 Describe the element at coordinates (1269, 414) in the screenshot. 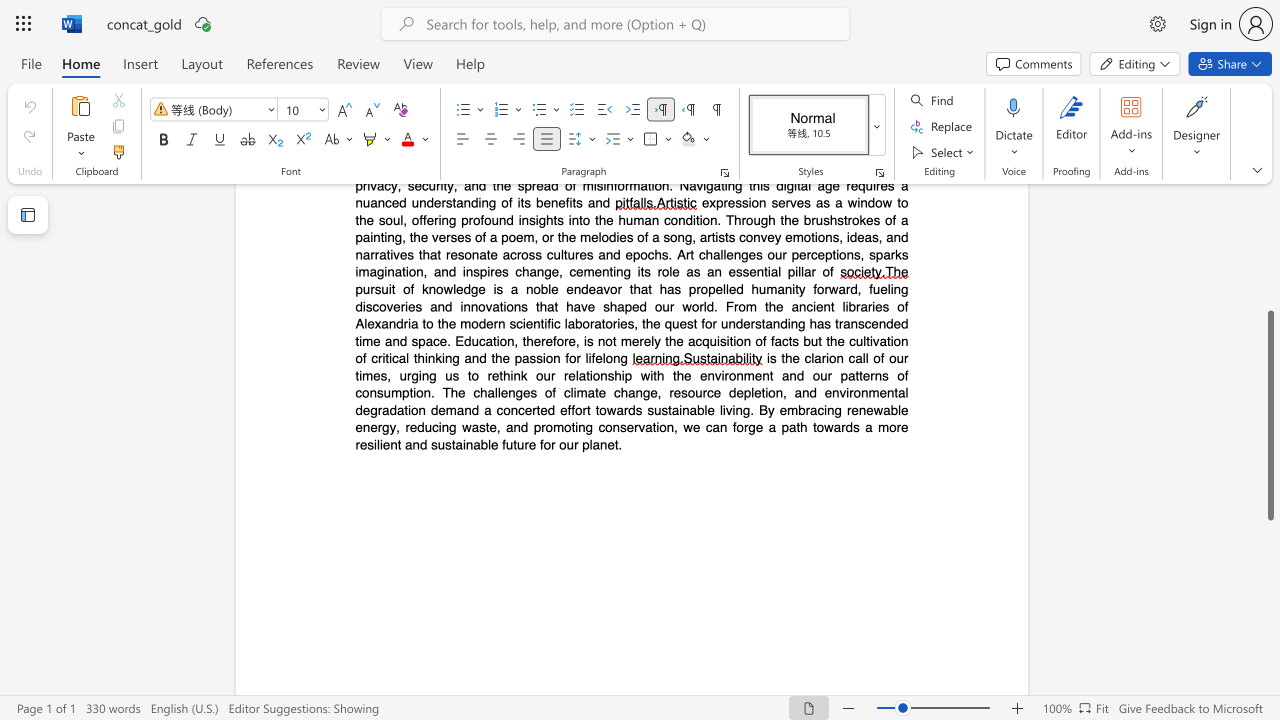

I see `the scrollbar and move up 70 pixels` at that location.